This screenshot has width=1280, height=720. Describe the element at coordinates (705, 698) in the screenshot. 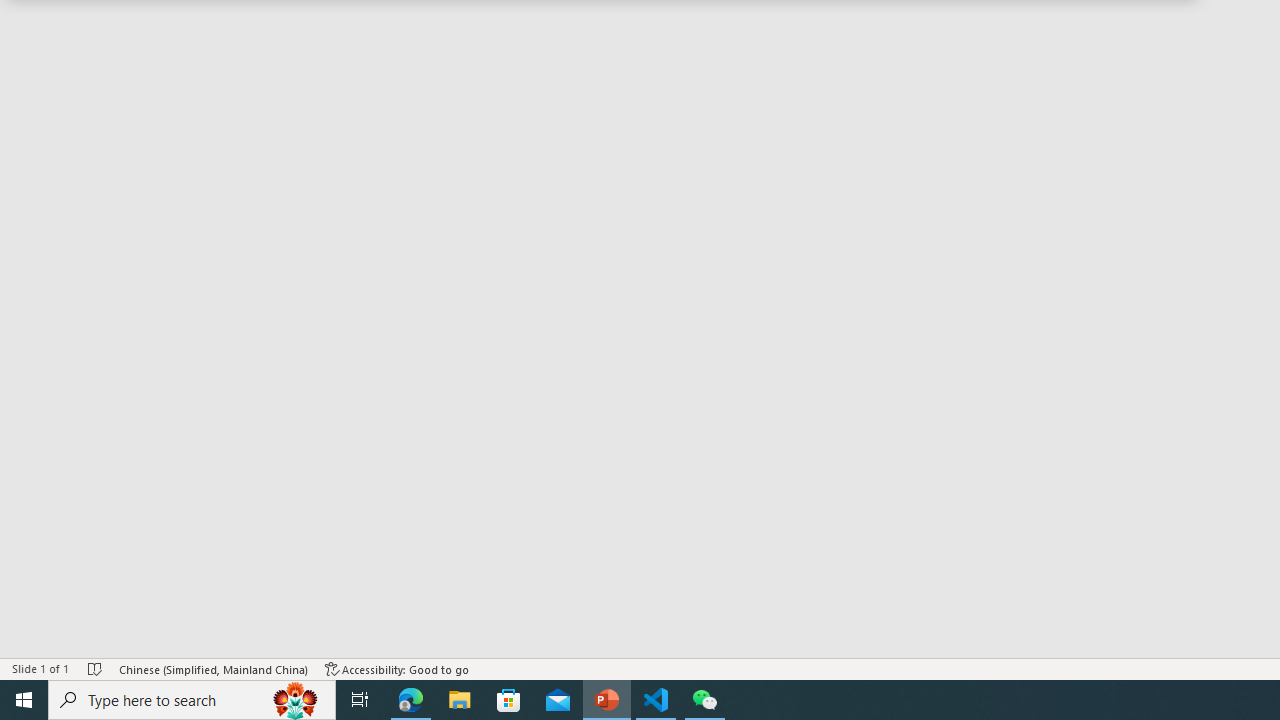

I see `'WeChat - 1 running window'` at that location.